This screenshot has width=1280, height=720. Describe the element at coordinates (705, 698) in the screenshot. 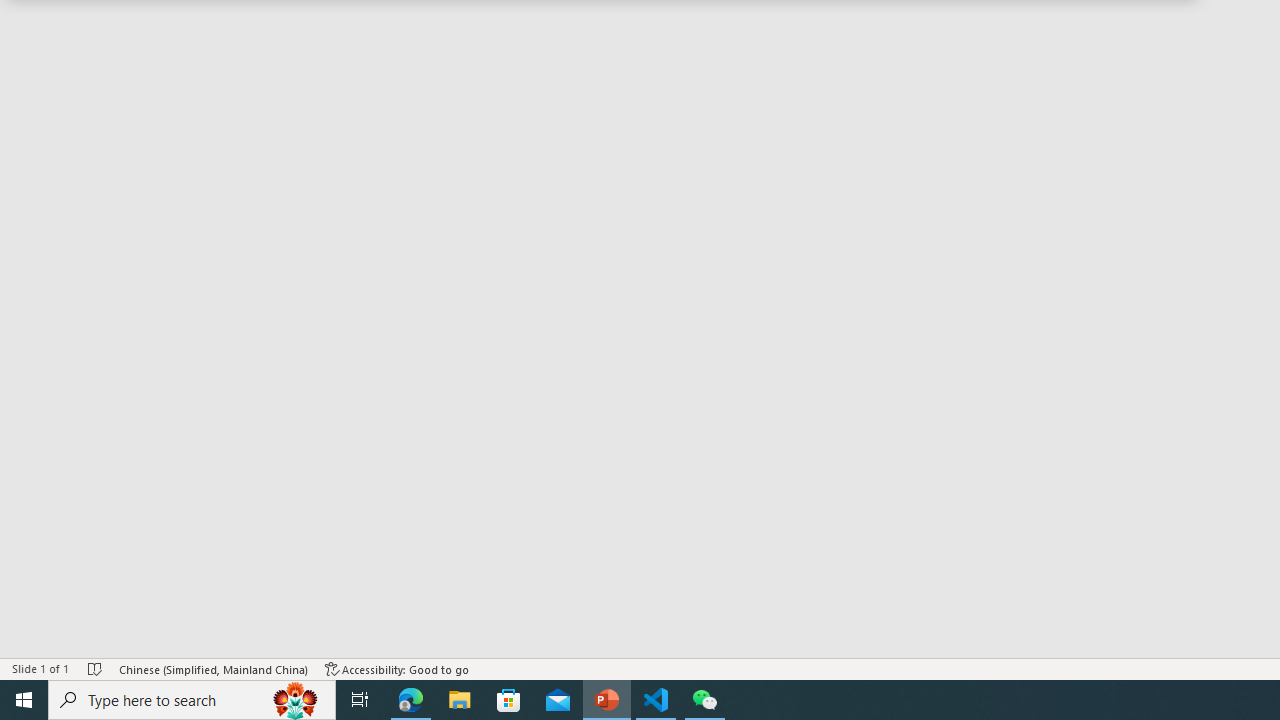

I see `'WeChat - 1 running window'` at that location.